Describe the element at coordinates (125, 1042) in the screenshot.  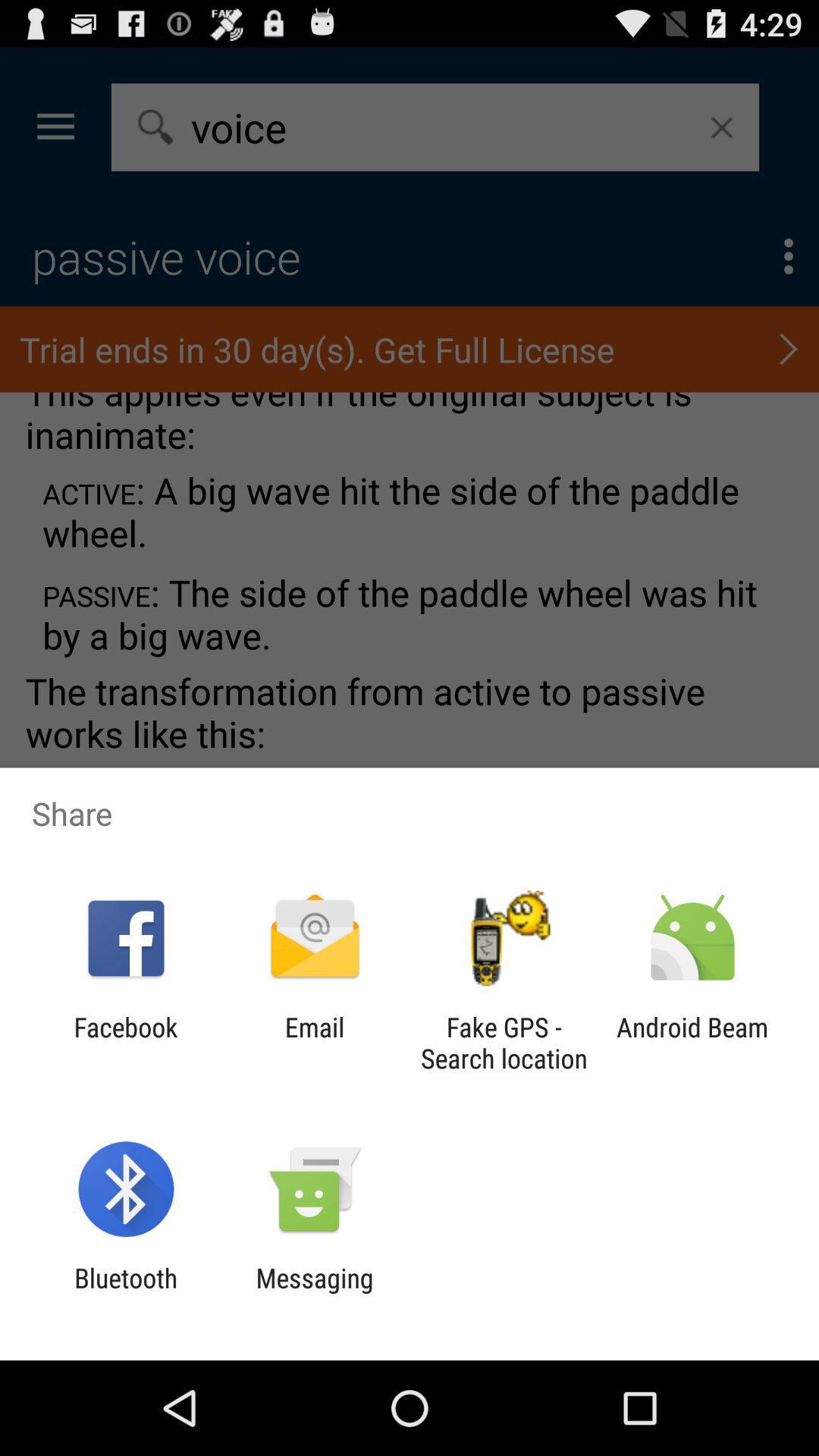
I see `the item to the left of the email app` at that location.